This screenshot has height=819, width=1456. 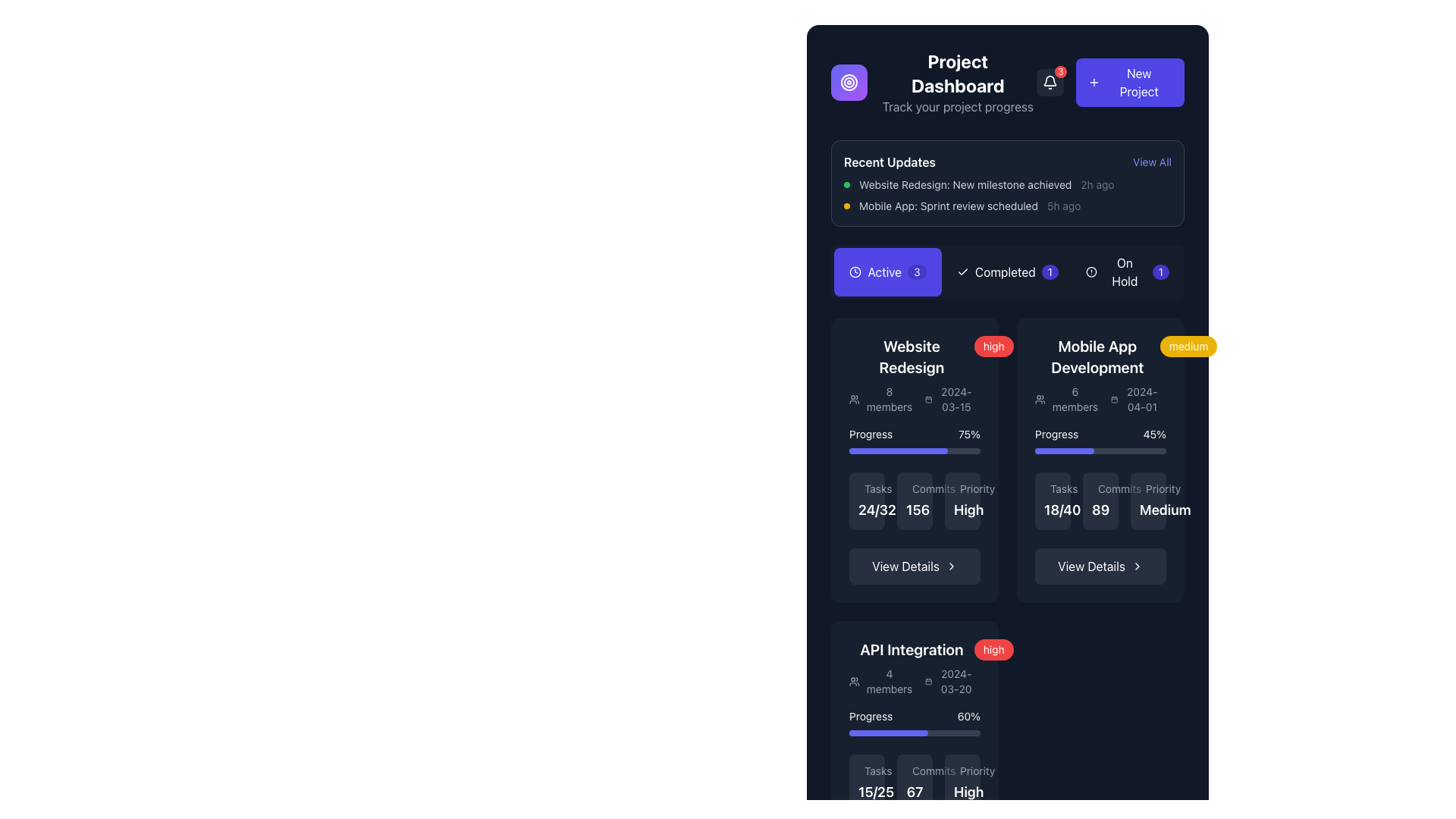 What do you see at coordinates (911, 356) in the screenshot?
I see `the text block element displaying 'Website Redesign', which is styled in white color with a large and bold font on a dark blue background, located in the upper-left section of a project entry card` at bounding box center [911, 356].